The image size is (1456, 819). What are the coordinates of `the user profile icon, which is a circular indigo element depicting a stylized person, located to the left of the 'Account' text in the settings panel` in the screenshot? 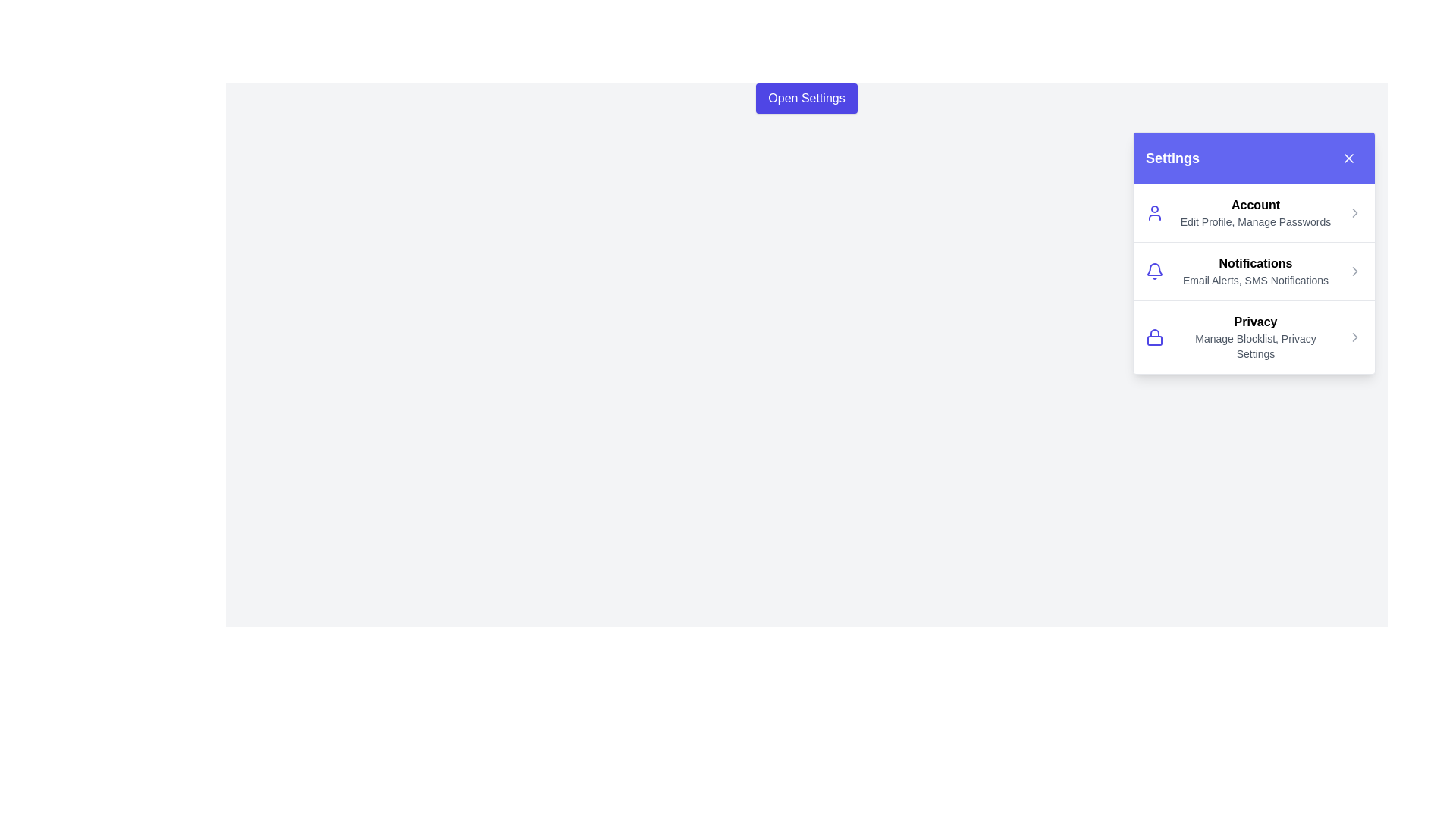 It's located at (1153, 213).